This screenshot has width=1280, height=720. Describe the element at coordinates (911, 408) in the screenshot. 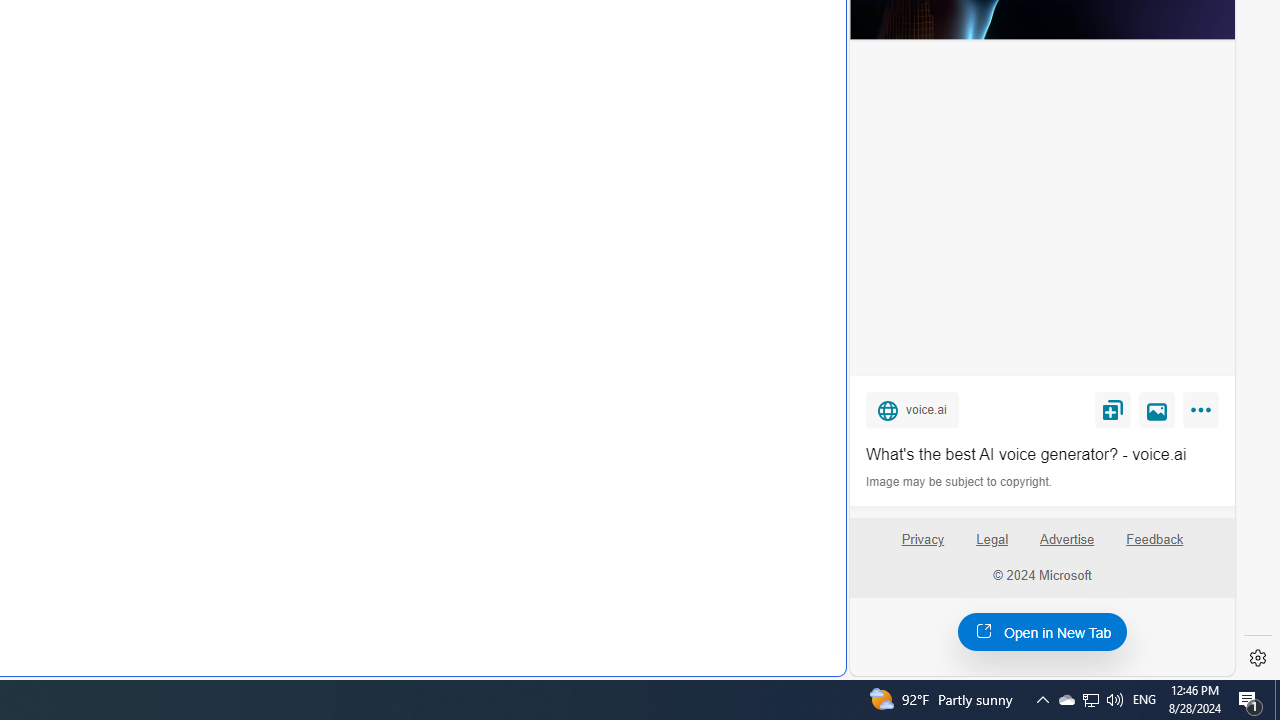

I see `'voice.ai'` at that location.